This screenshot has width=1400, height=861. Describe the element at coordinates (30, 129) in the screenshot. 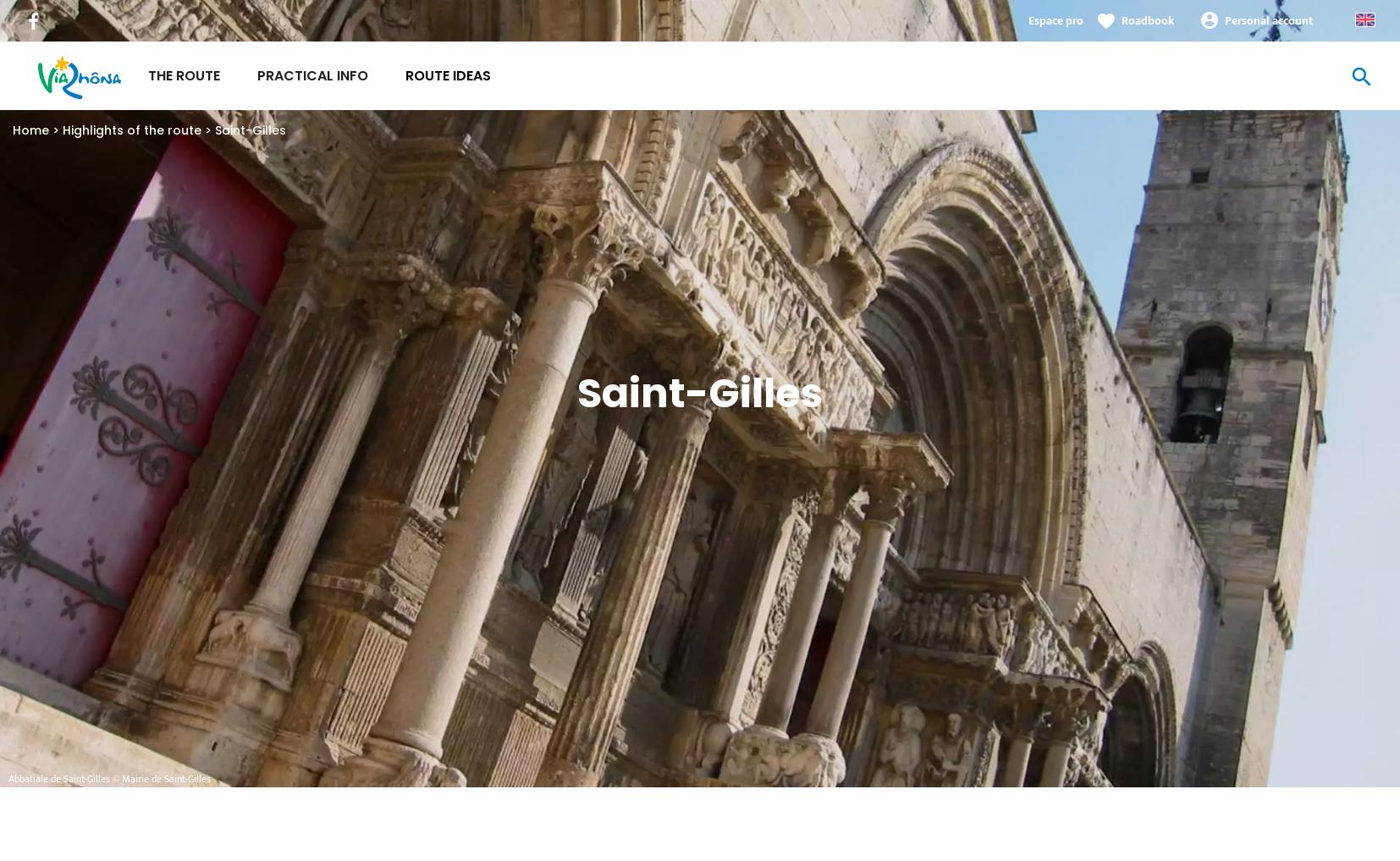

I see `'Home'` at that location.